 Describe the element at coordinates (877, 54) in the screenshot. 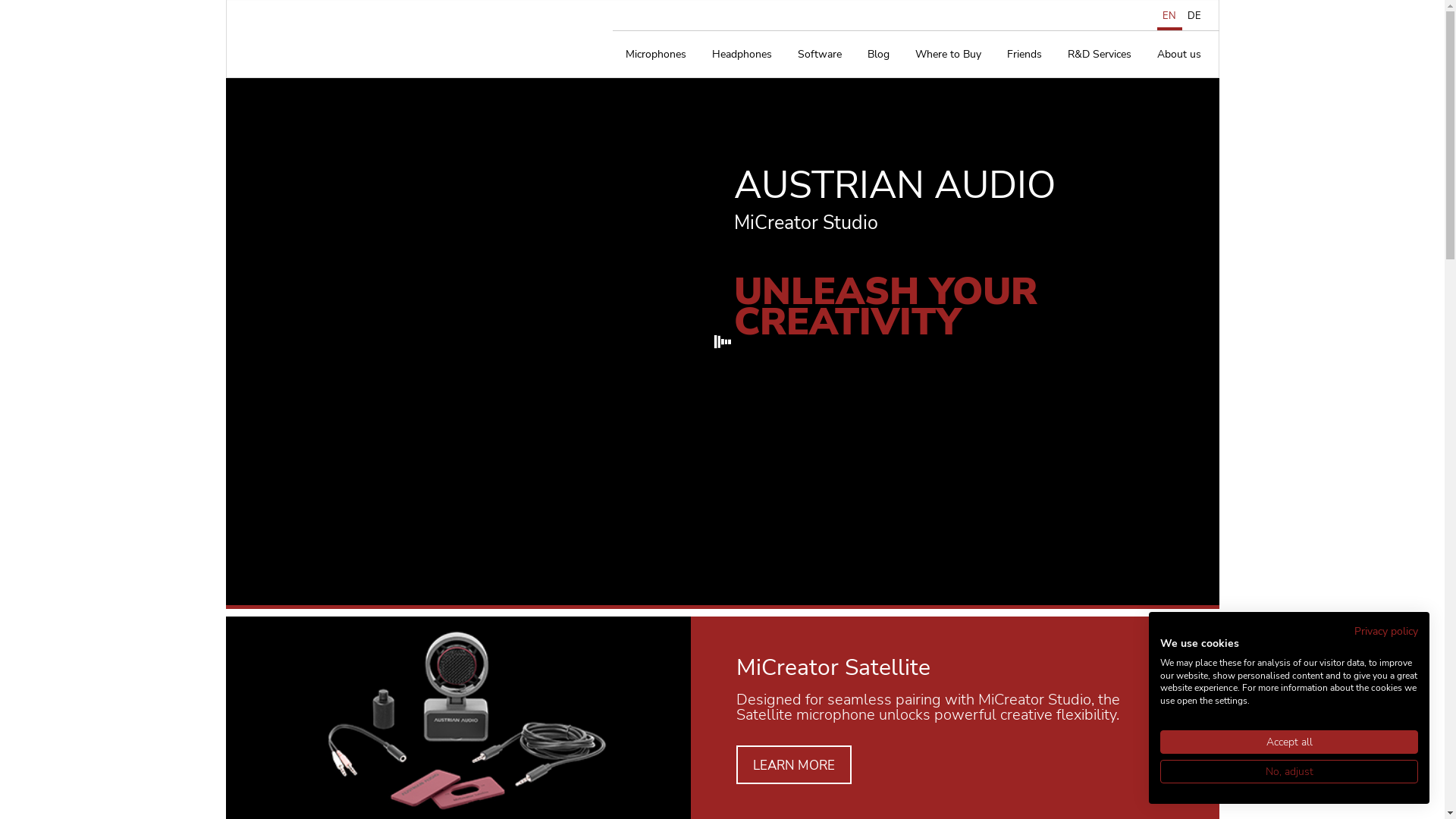

I see `'Blog'` at that location.